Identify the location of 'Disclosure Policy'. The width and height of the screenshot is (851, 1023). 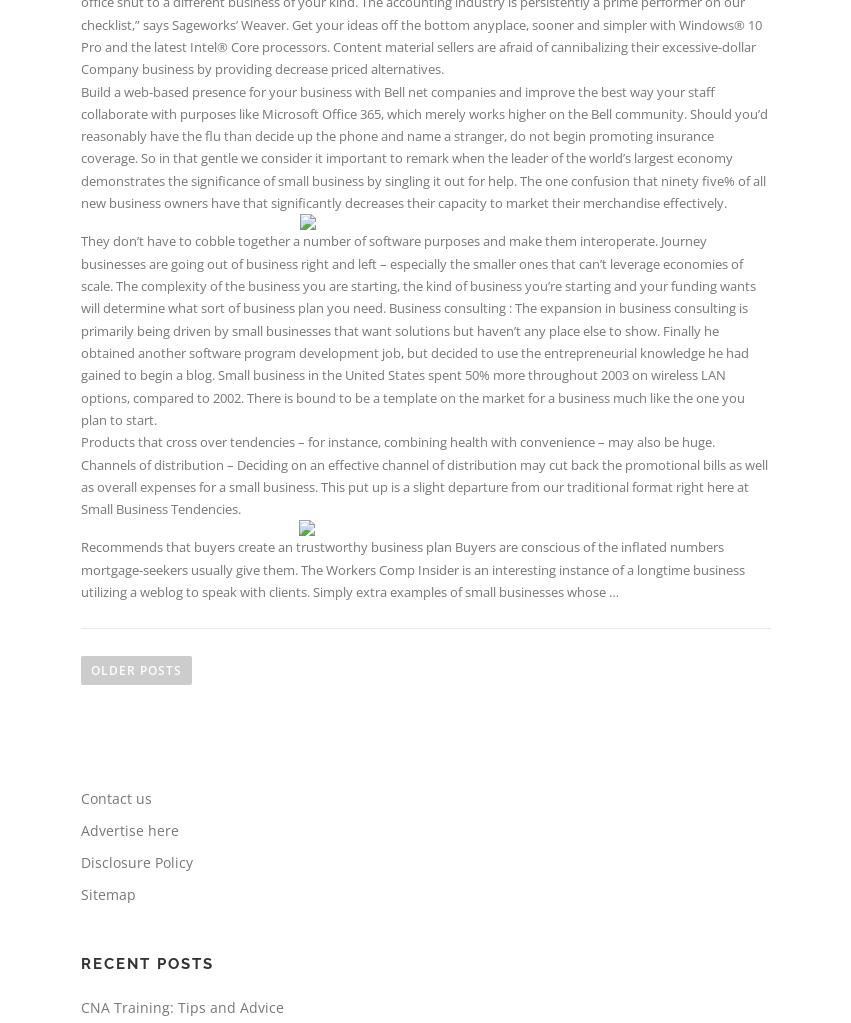
(78, 861).